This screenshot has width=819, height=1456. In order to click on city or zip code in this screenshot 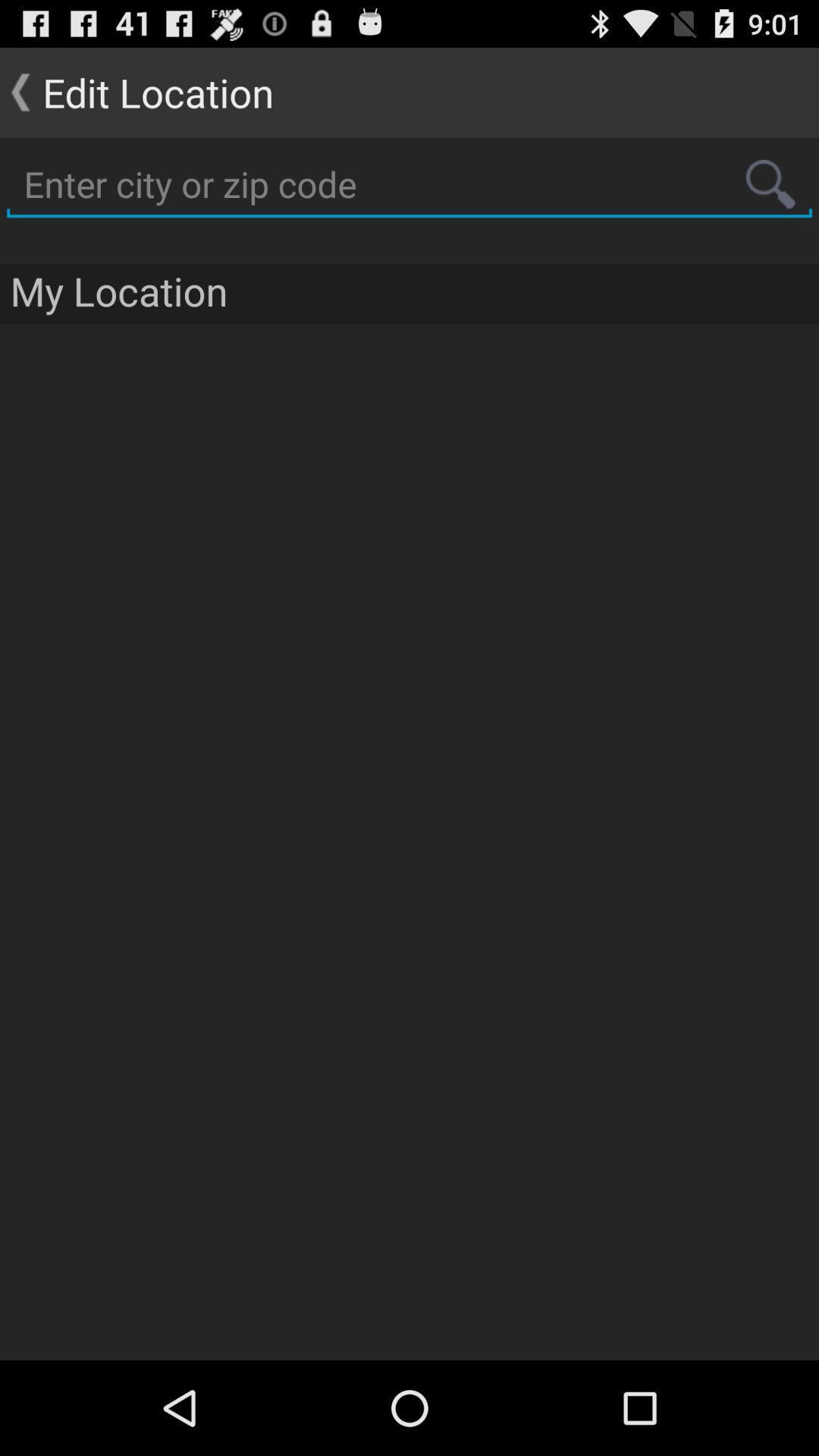, I will do `click(409, 184)`.